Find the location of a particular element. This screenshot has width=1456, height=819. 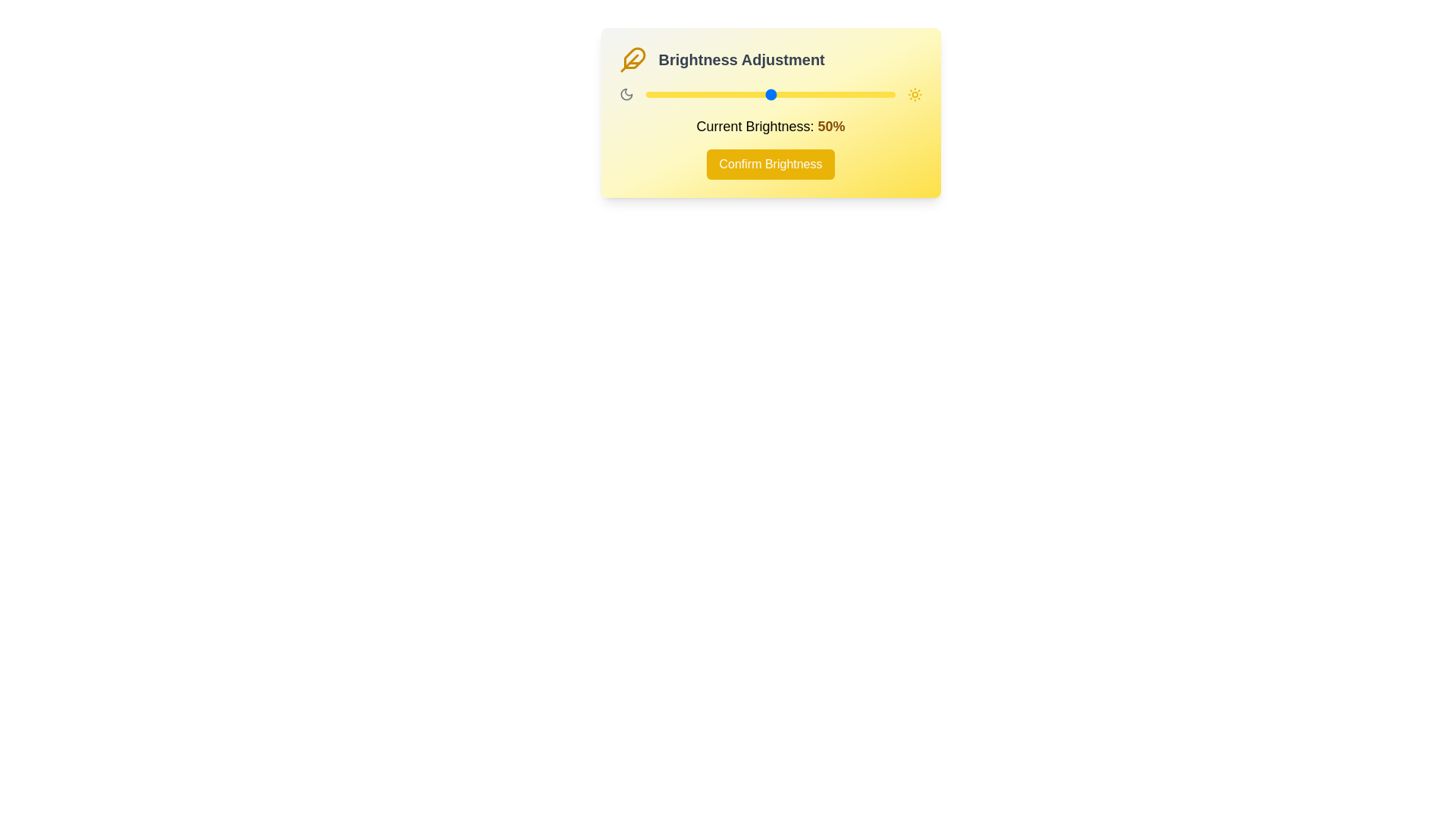

the brightness to 72% by dragging the slider is located at coordinates (824, 94).